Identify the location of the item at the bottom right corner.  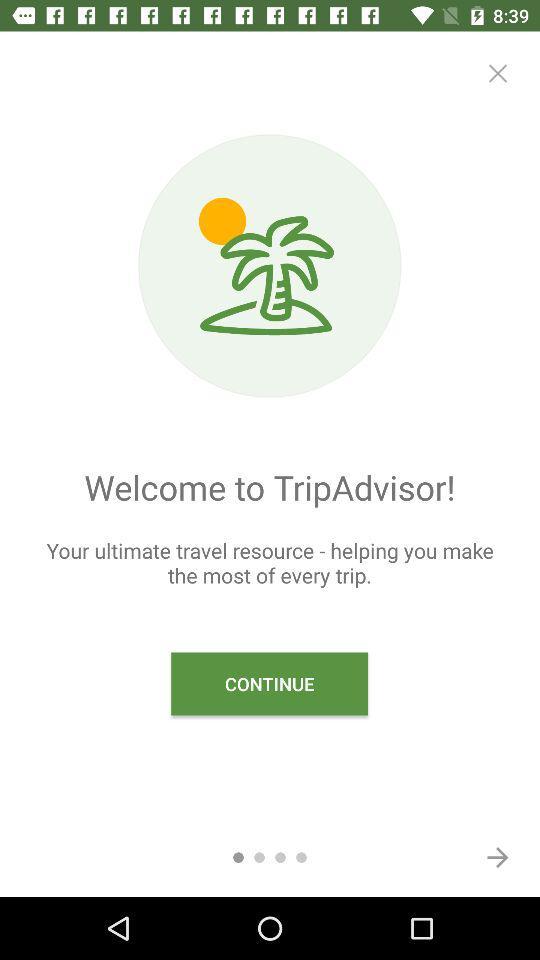
(496, 856).